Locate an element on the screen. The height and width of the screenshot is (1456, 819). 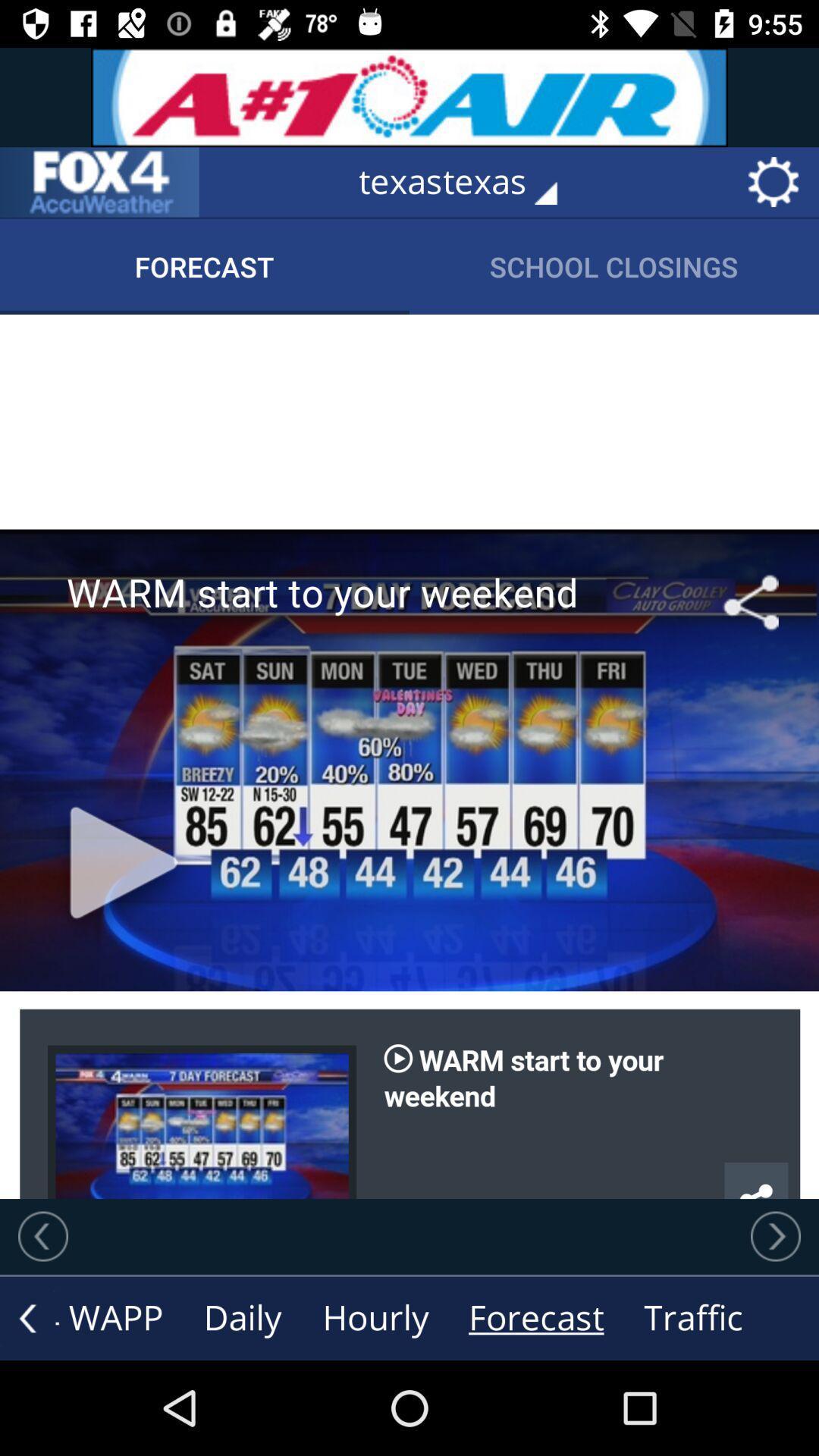
the item next to texastexas item is located at coordinates (99, 182).